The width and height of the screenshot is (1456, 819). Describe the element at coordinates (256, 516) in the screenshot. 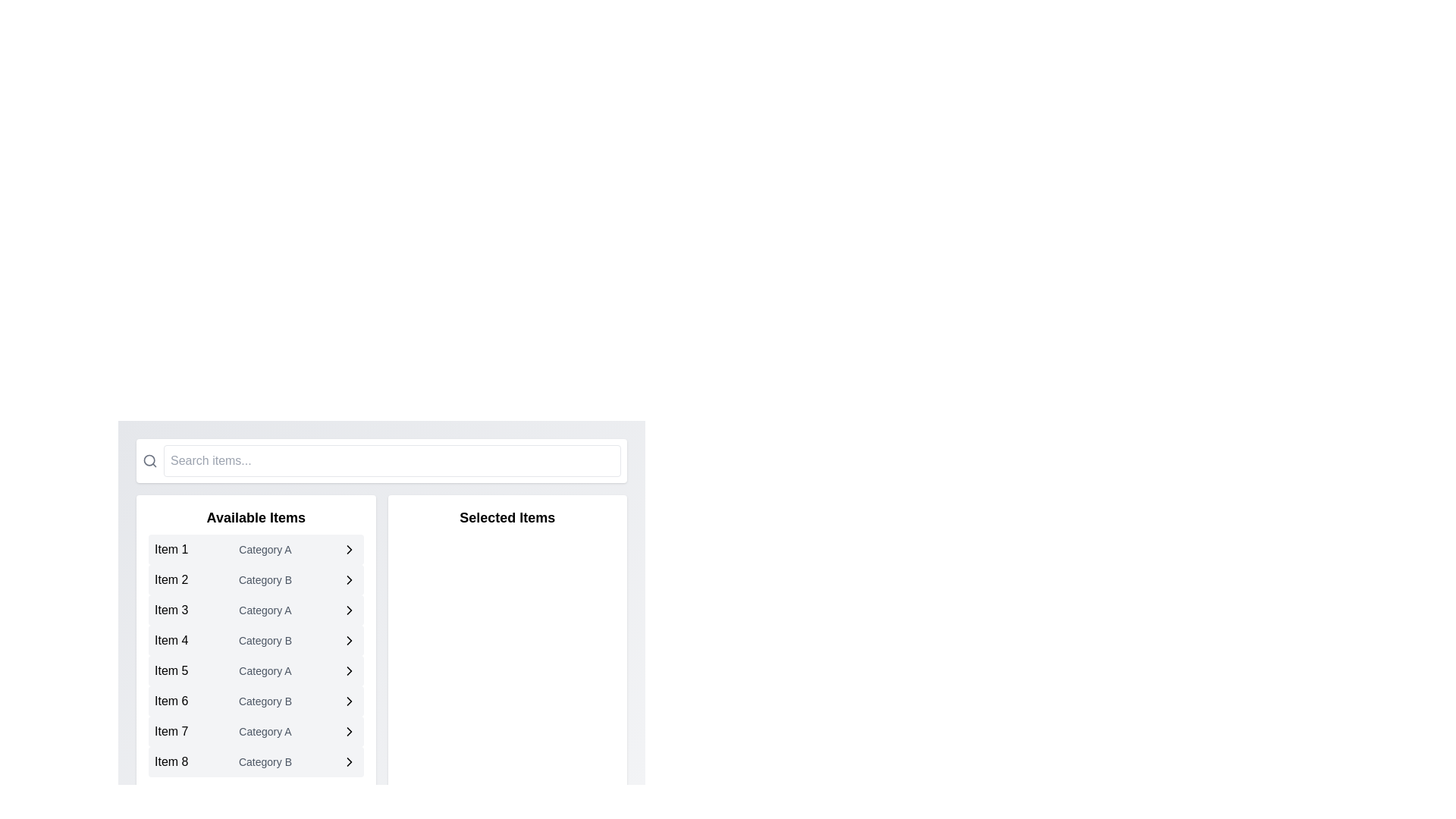

I see `text content of the header element that serves as the title for the list of items displayed beneath it` at that location.